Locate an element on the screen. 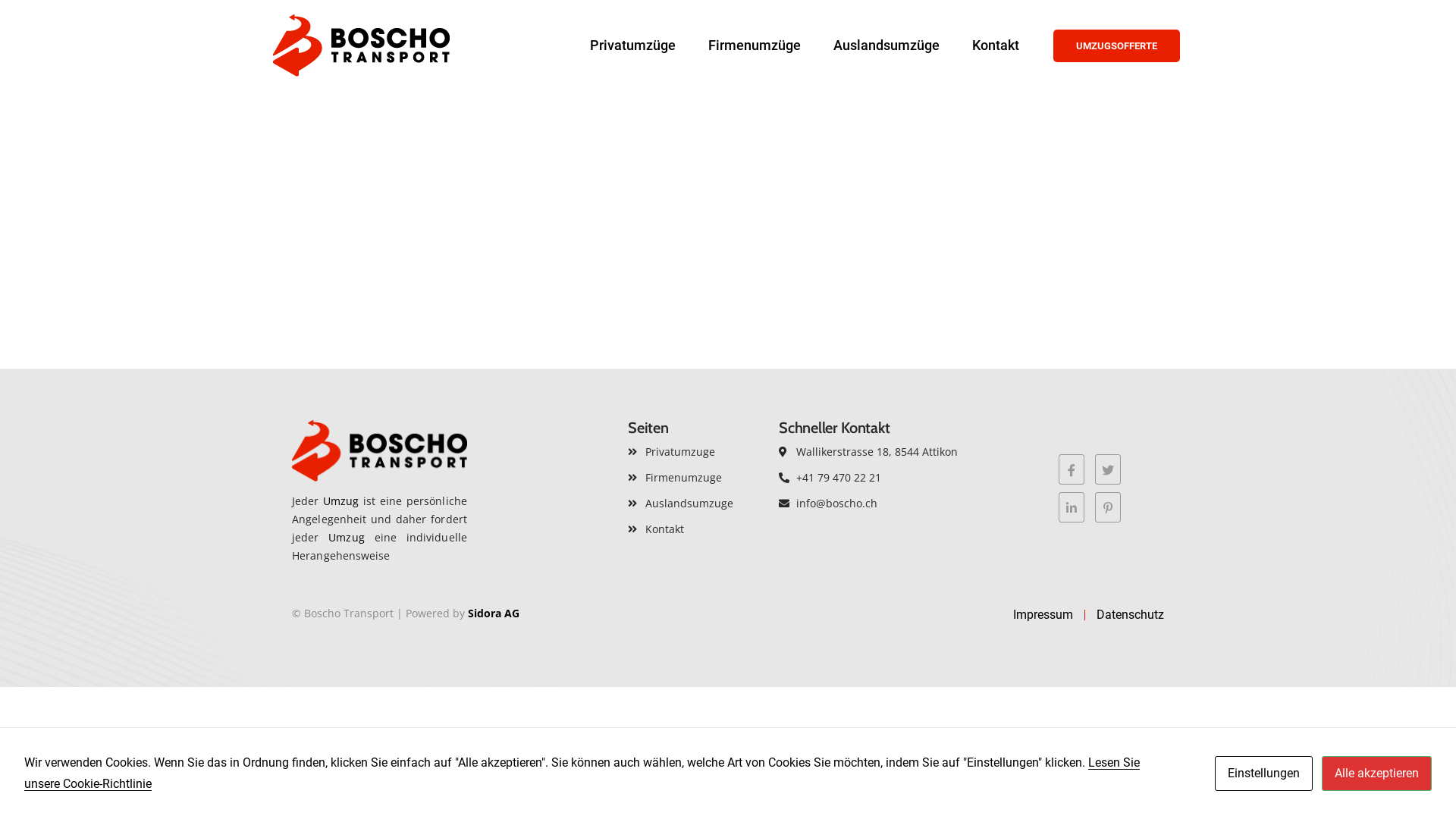 This screenshot has height=819, width=1456. 'Umzug' is located at coordinates (340, 500).